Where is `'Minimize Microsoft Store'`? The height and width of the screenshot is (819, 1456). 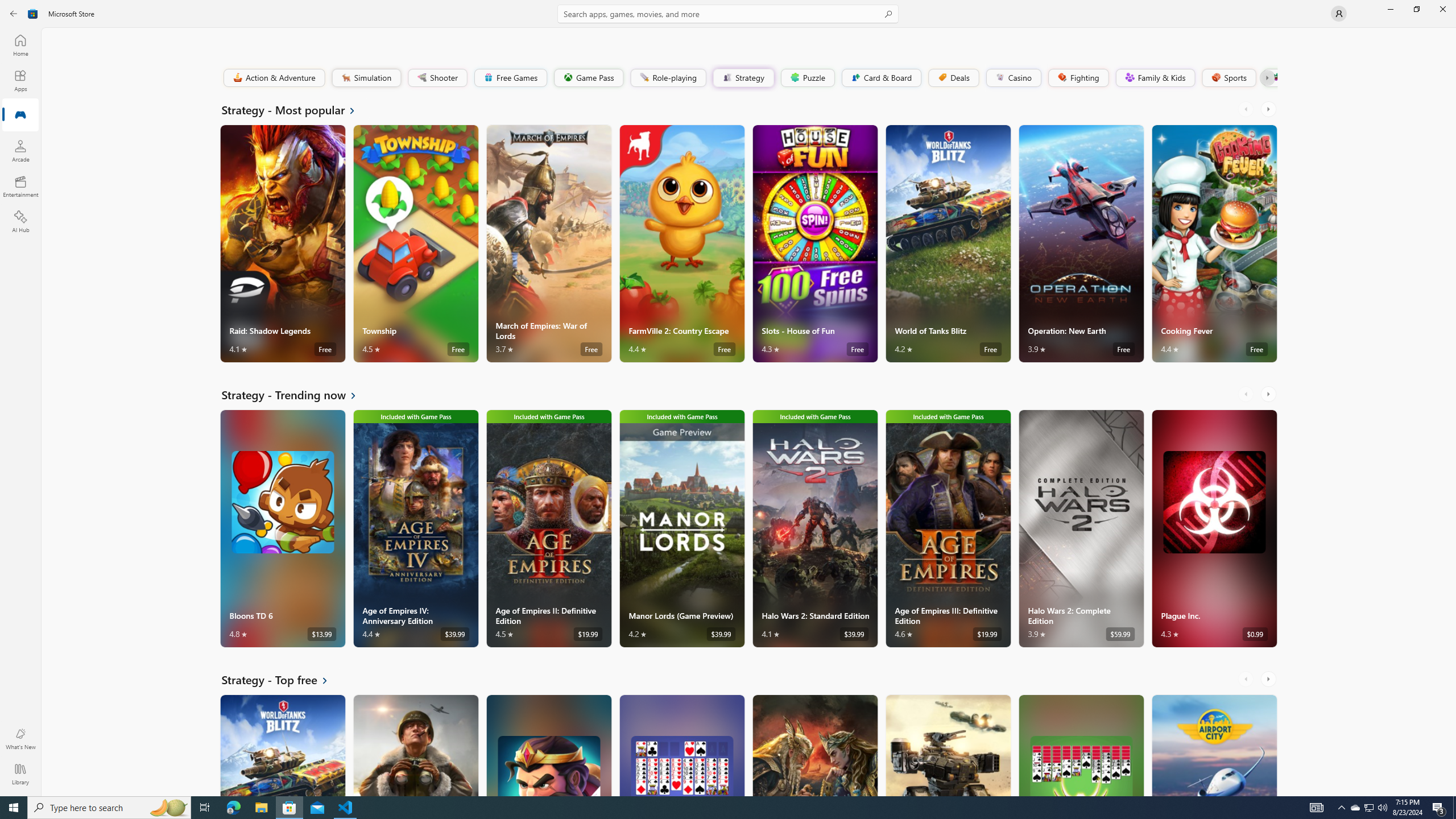
'Minimize Microsoft Store' is located at coordinates (1389, 9).